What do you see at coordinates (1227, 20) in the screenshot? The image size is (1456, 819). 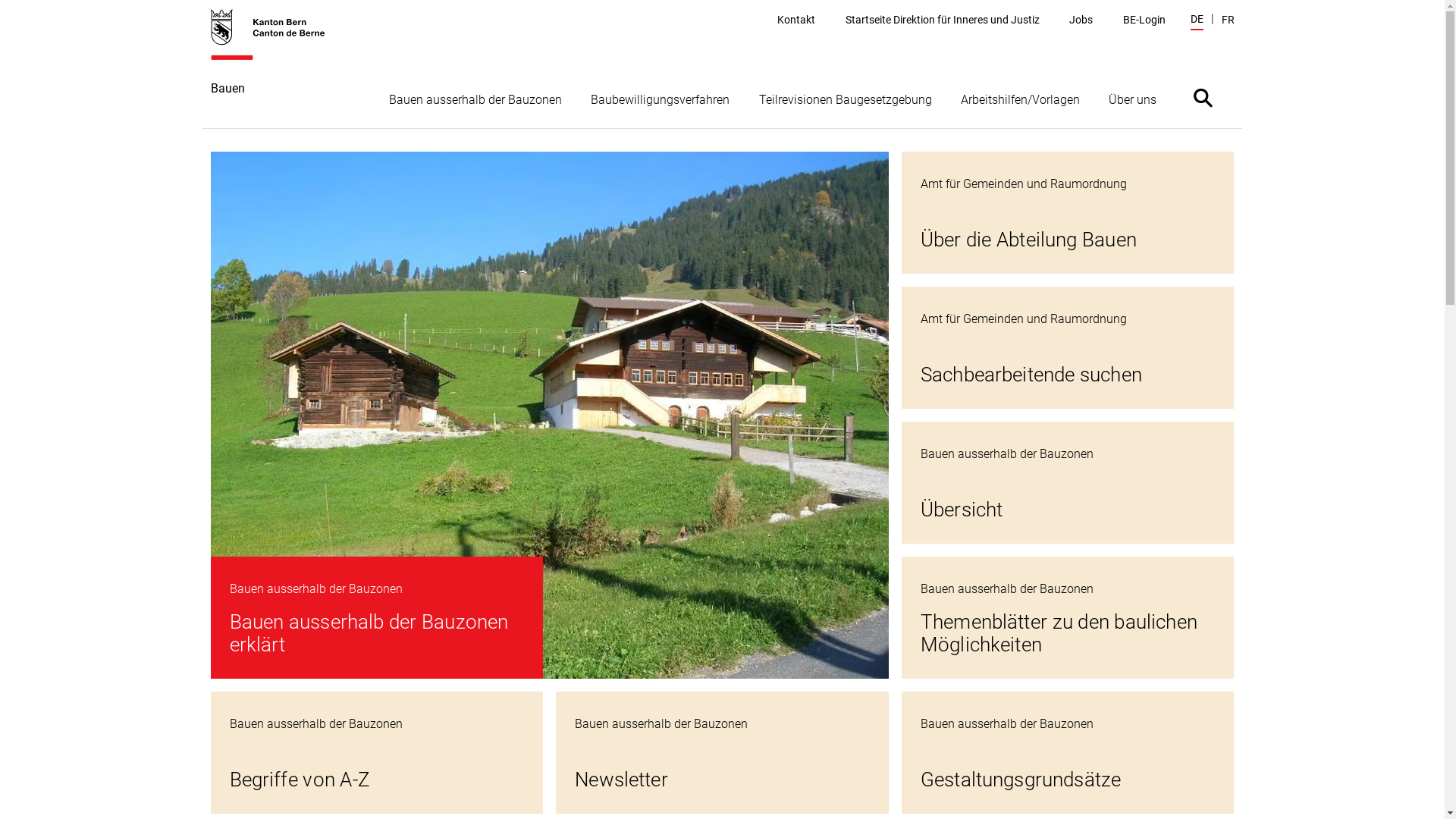 I see `'FR'` at bounding box center [1227, 20].